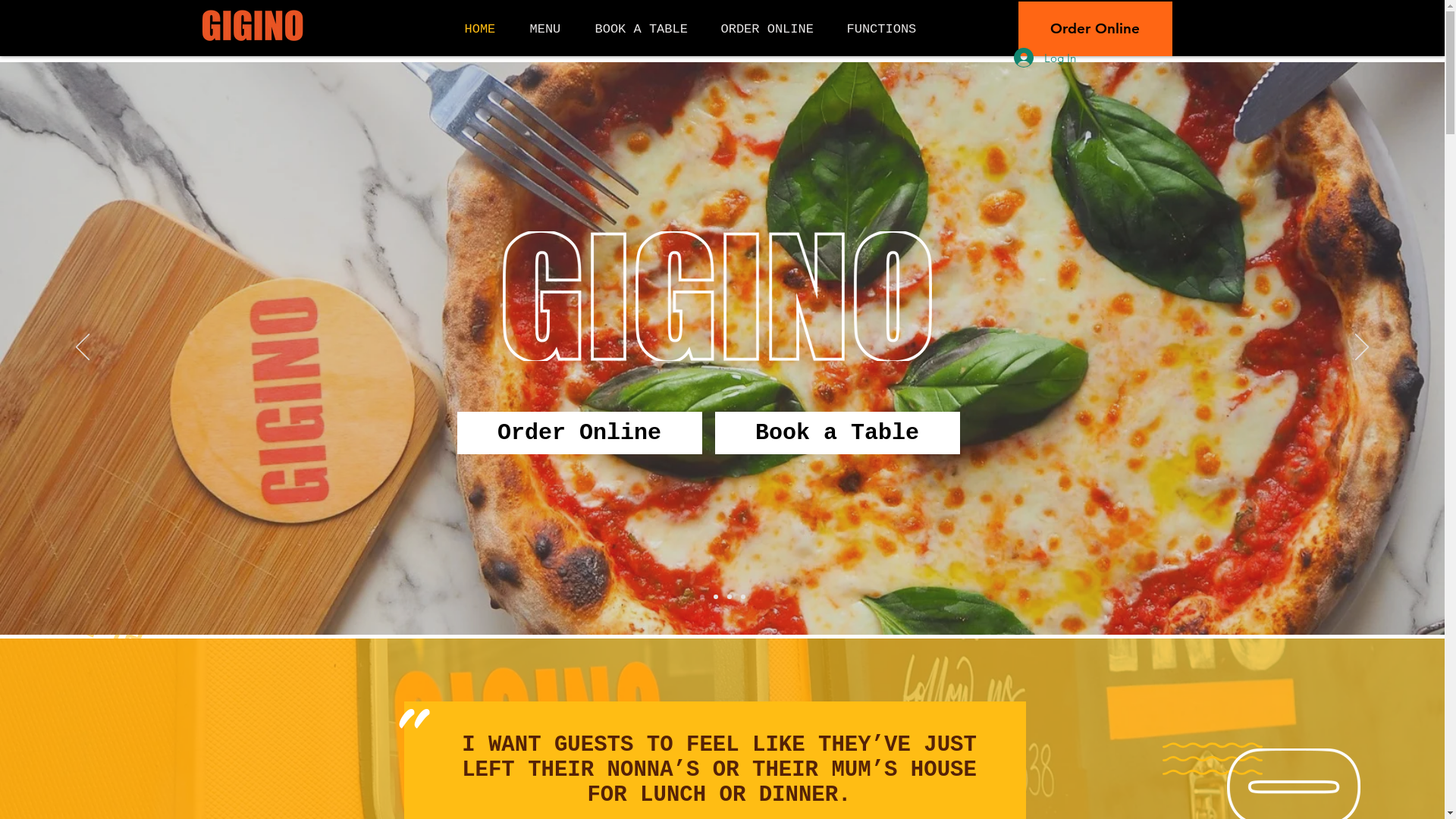  Describe the element at coordinates (887, 29) in the screenshot. I see `'FUNCTIONS'` at that location.